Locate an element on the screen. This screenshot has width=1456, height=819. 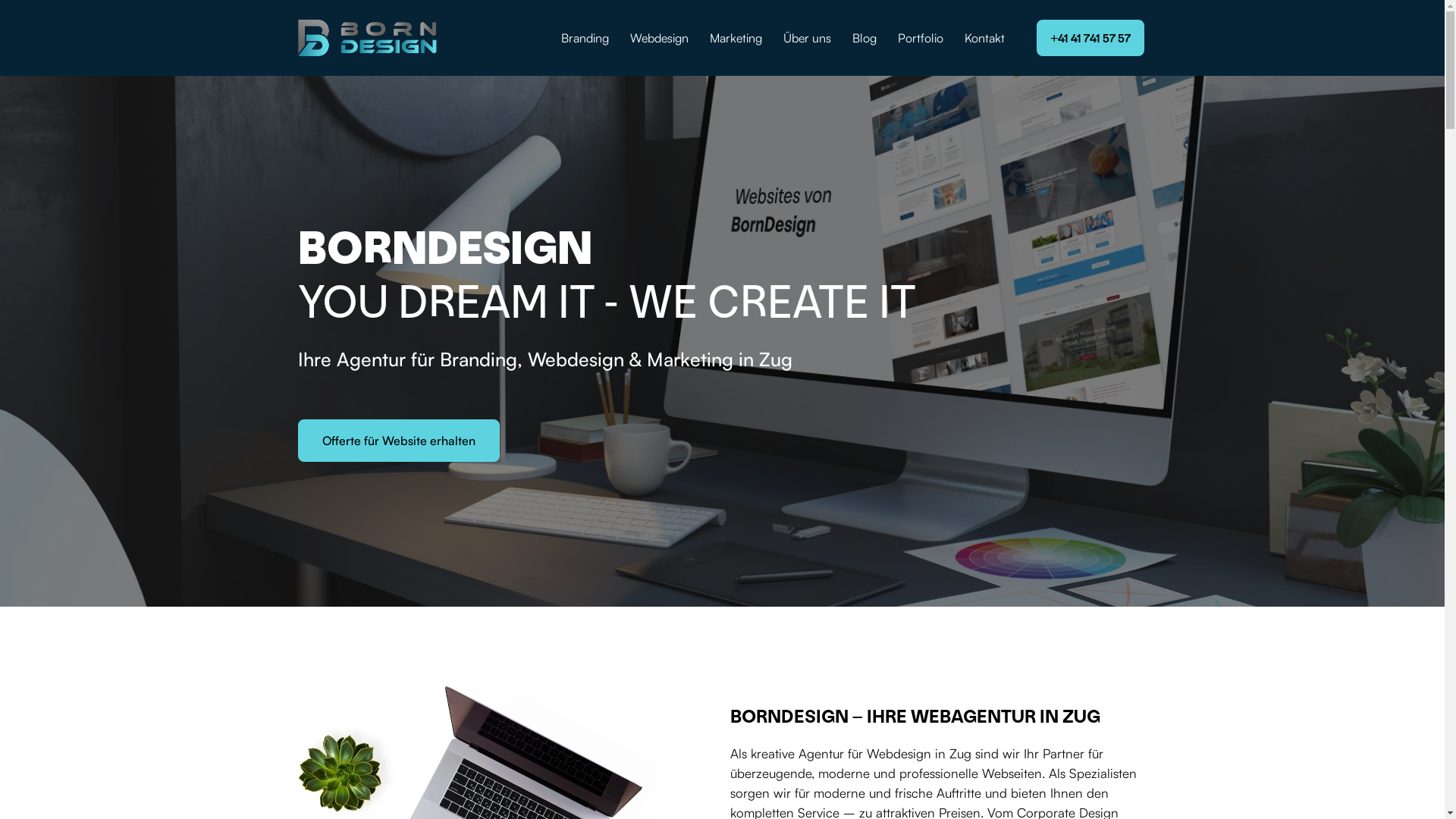
'Webdesign' is located at coordinates (659, 37).